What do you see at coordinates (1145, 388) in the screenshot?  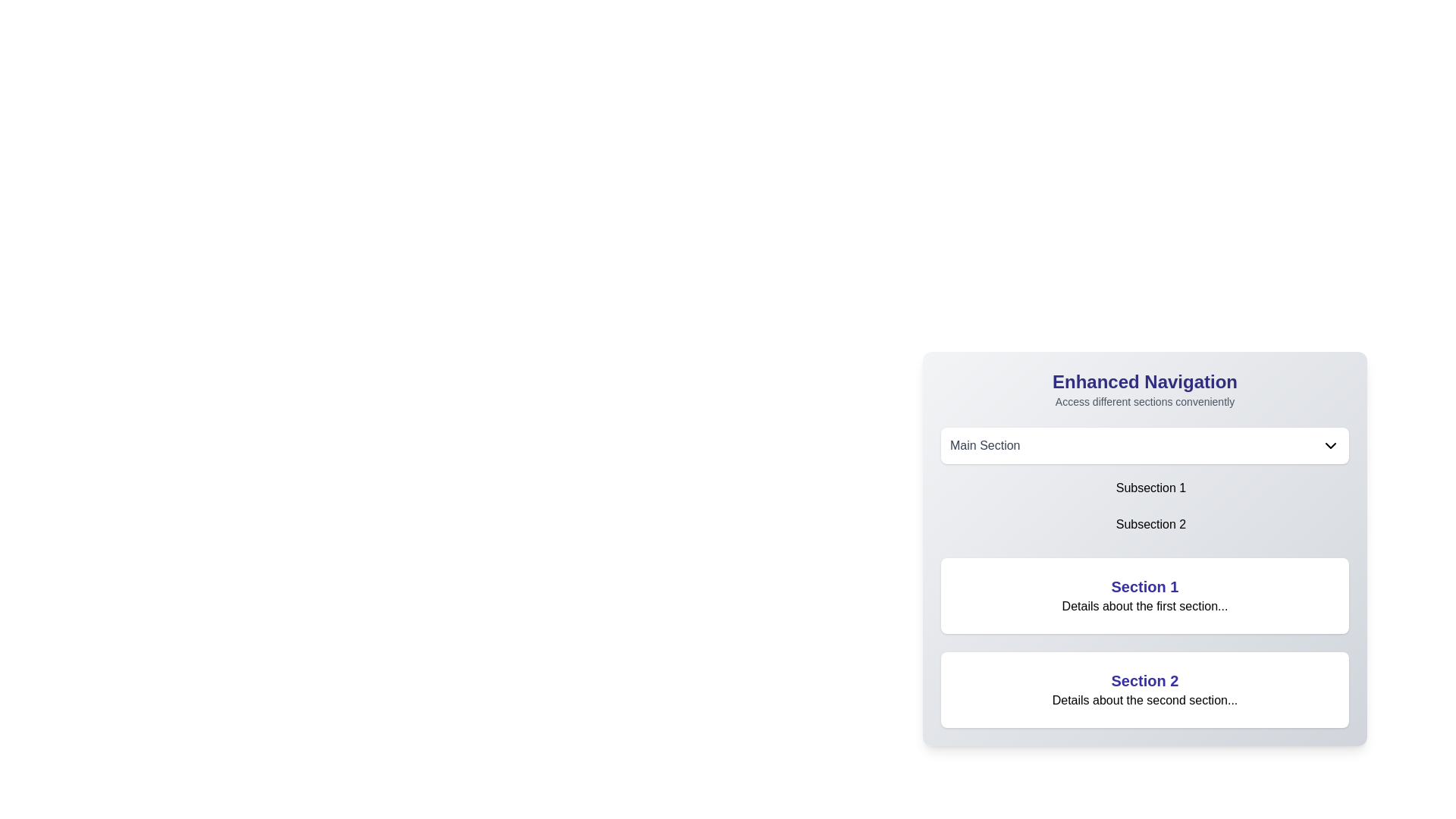 I see `the header text element that serves as a title for the section, positioned above the 'Main Section' dropdown menu` at bounding box center [1145, 388].